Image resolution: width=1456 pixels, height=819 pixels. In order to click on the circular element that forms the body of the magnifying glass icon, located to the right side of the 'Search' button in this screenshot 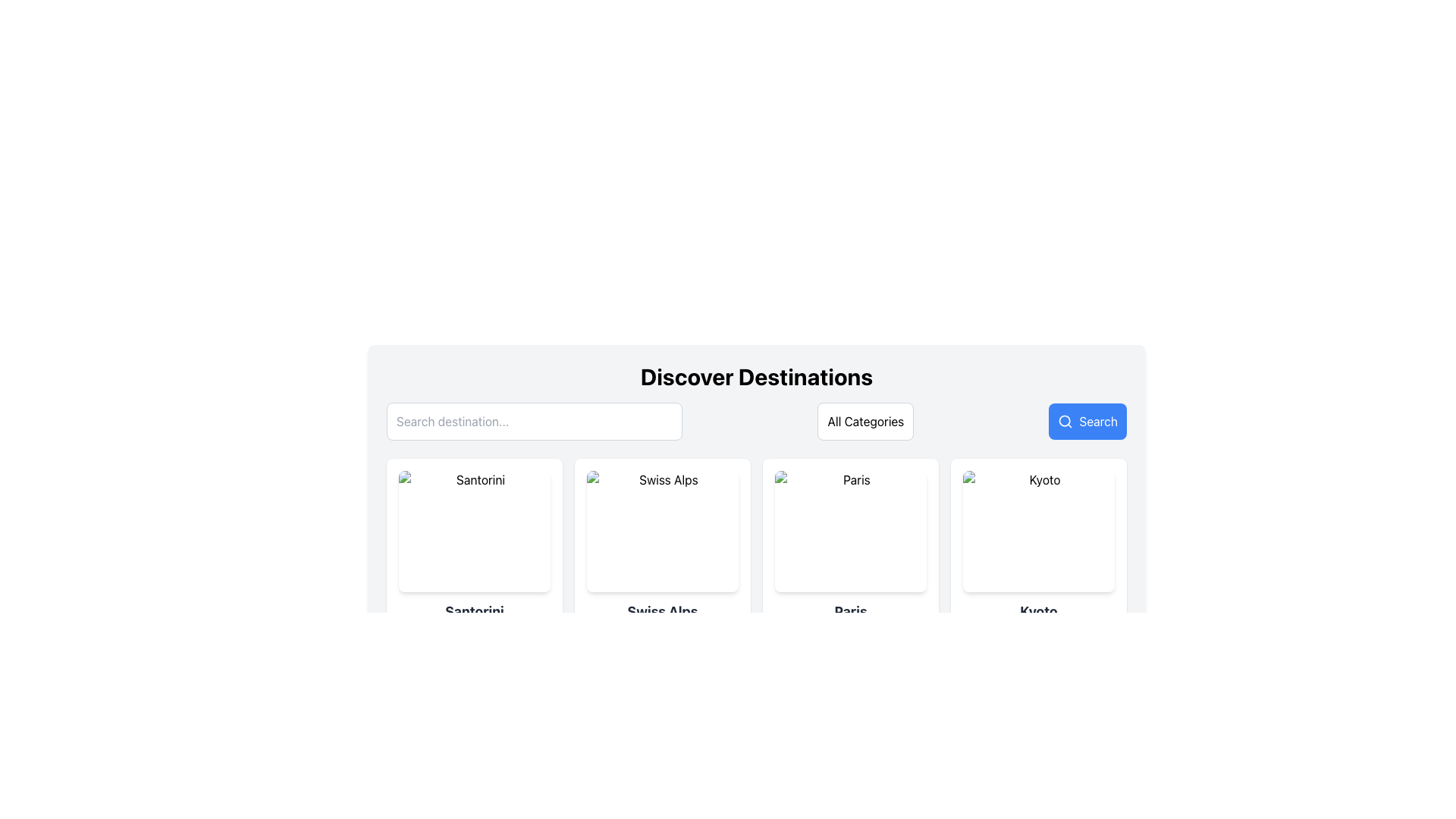, I will do `click(1064, 421)`.